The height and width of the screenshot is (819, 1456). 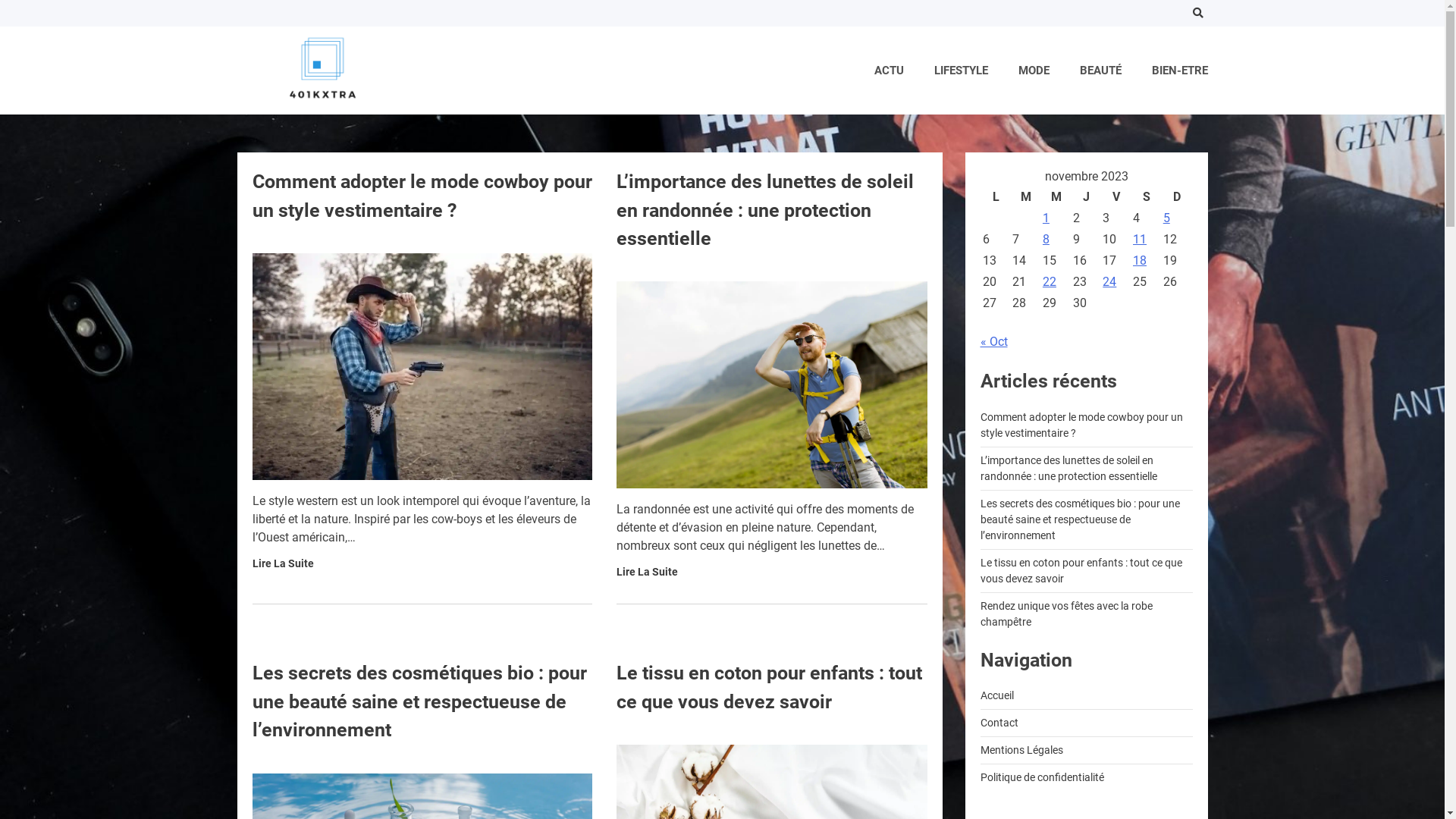 What do you see at coordinates (1167, 50) in the screenshot?
I see `'Rechercher'` at bounding box center [1167, 50].